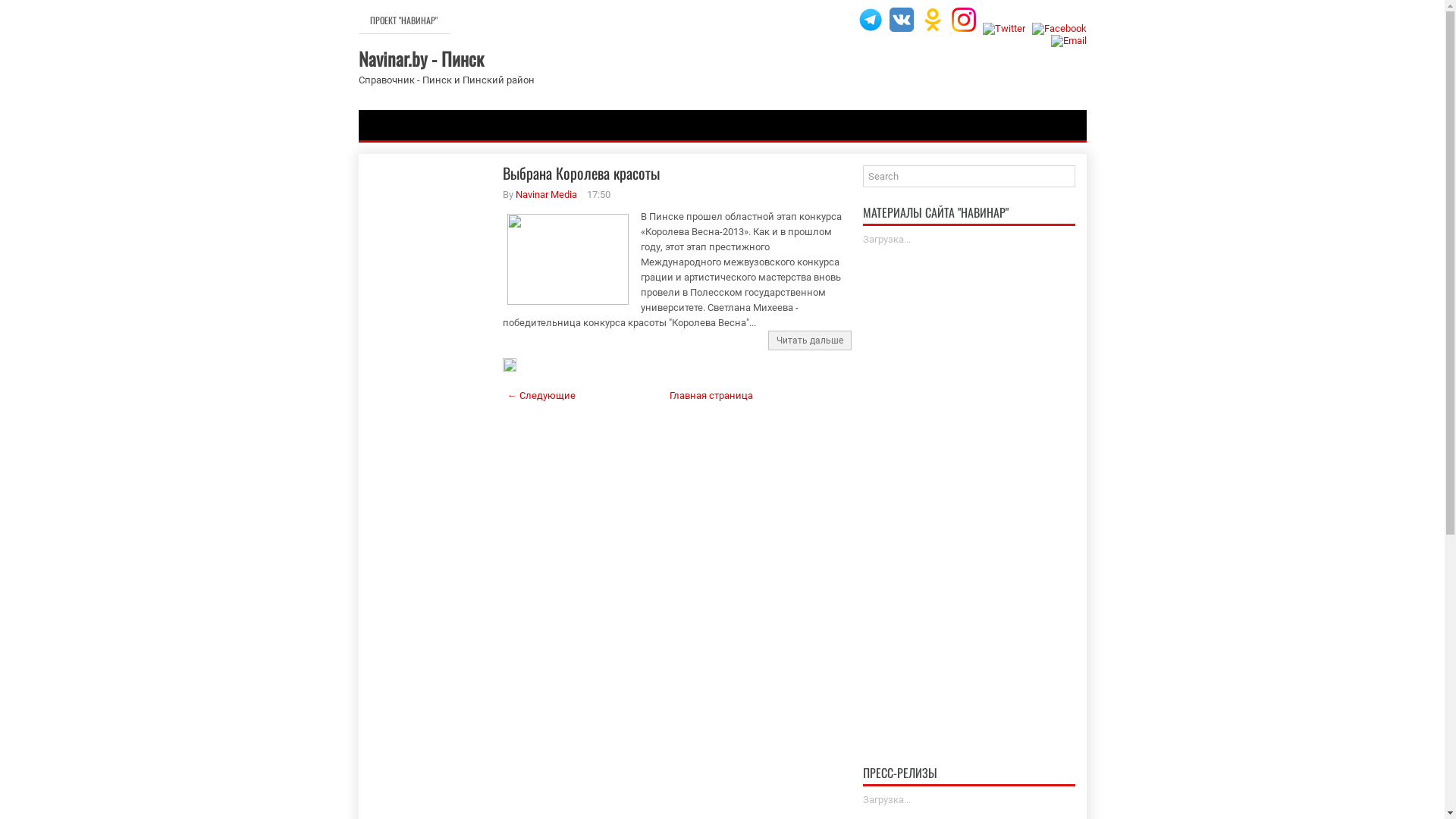 The width and height of the screenshot is (1456, 819). I want to click on 'Navinar Media', so click(546, 193).